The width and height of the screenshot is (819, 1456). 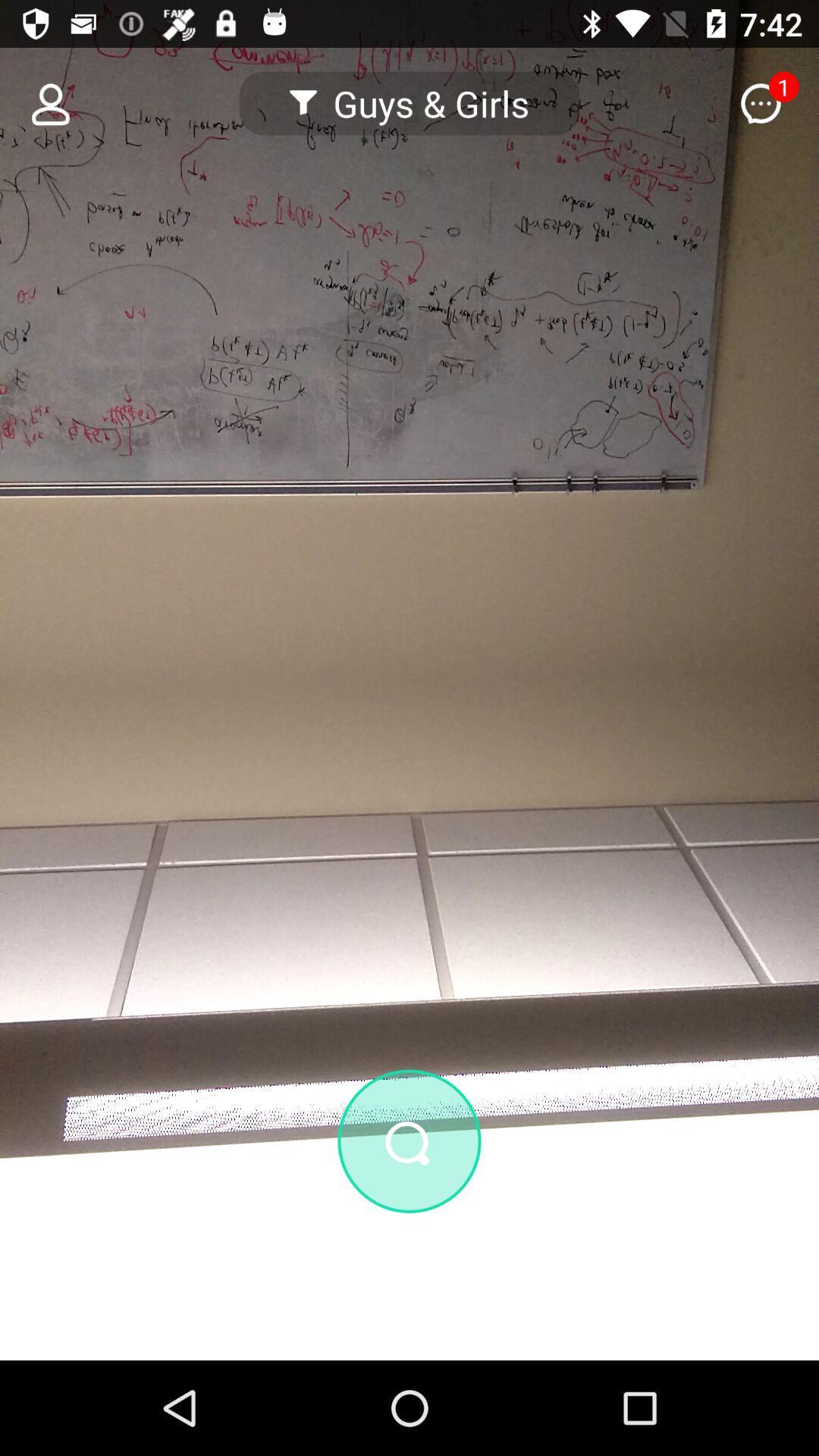 What do you see at coordinates (409, 1141) in the screenshot?
I see `opens the search box` at bounding box center [409, 1141].